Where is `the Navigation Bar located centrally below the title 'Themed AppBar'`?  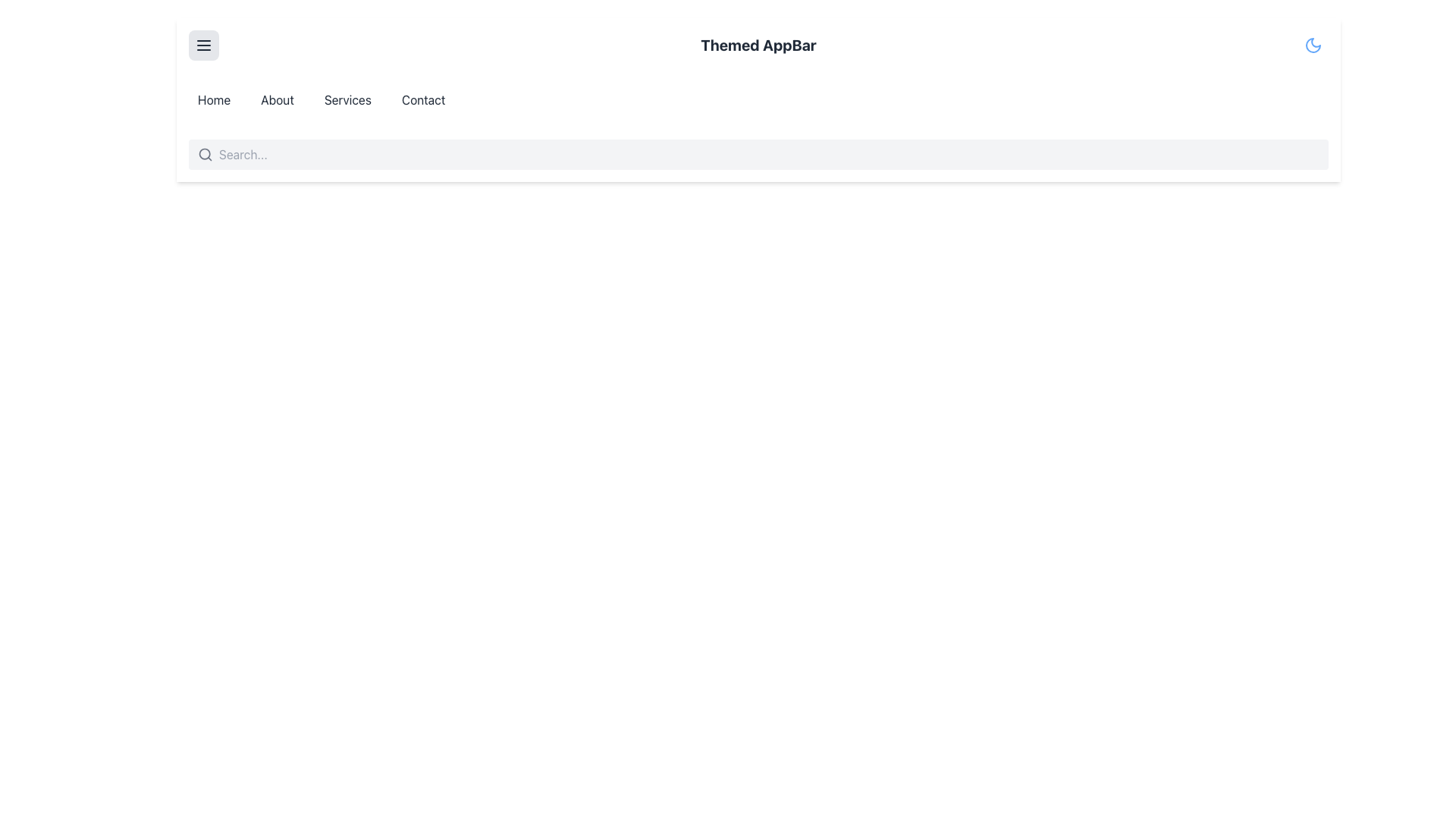
the Navigation Bar located centrally below the title 'Themed AppBar' is located at coordinates (758, 99).